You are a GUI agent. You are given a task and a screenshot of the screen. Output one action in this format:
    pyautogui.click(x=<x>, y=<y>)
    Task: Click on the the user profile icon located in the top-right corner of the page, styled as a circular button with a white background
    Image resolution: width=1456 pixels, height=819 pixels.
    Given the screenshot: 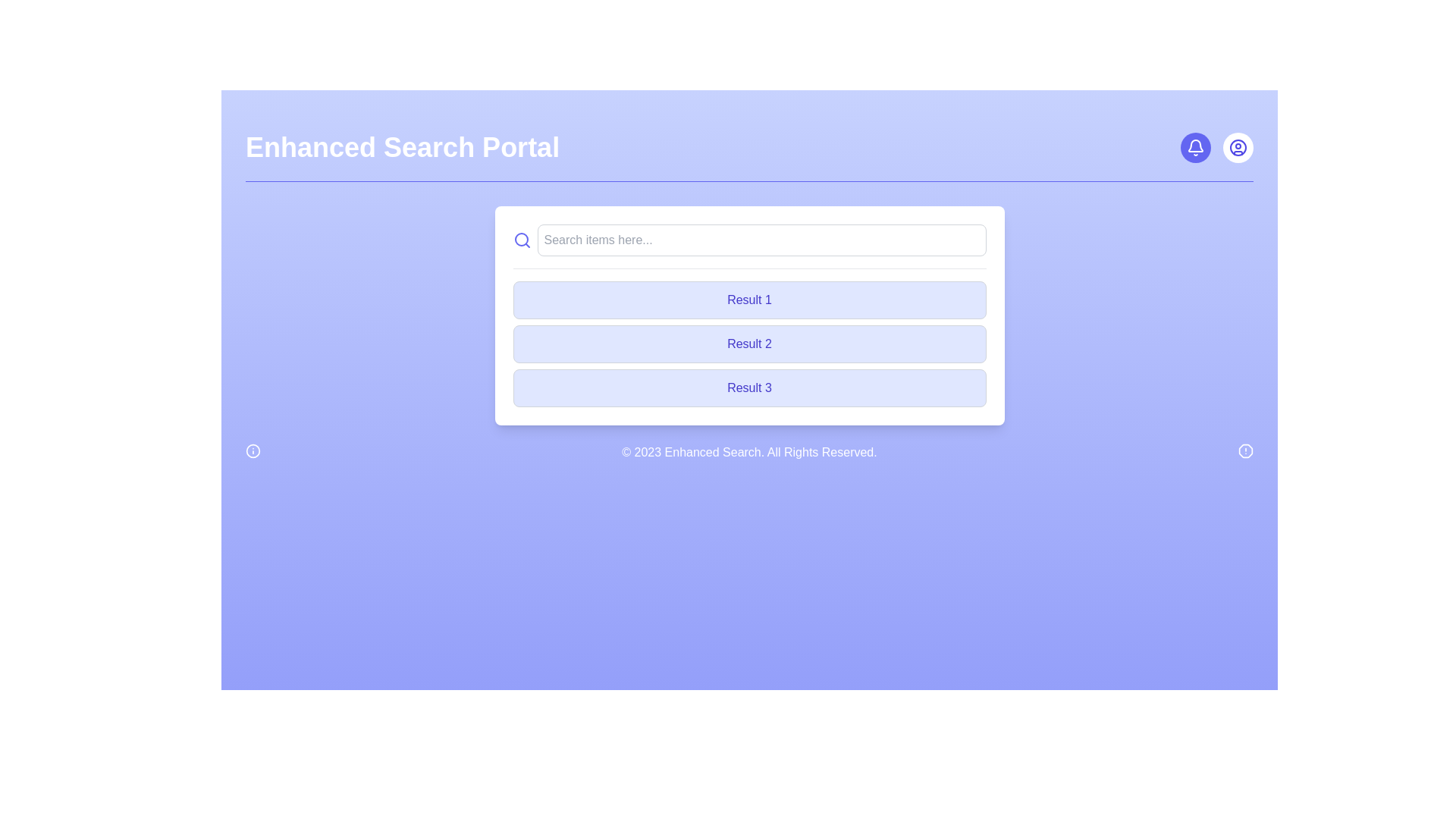 What is the action you would take?
    pyautogui.click(x=1238, y=148)
    